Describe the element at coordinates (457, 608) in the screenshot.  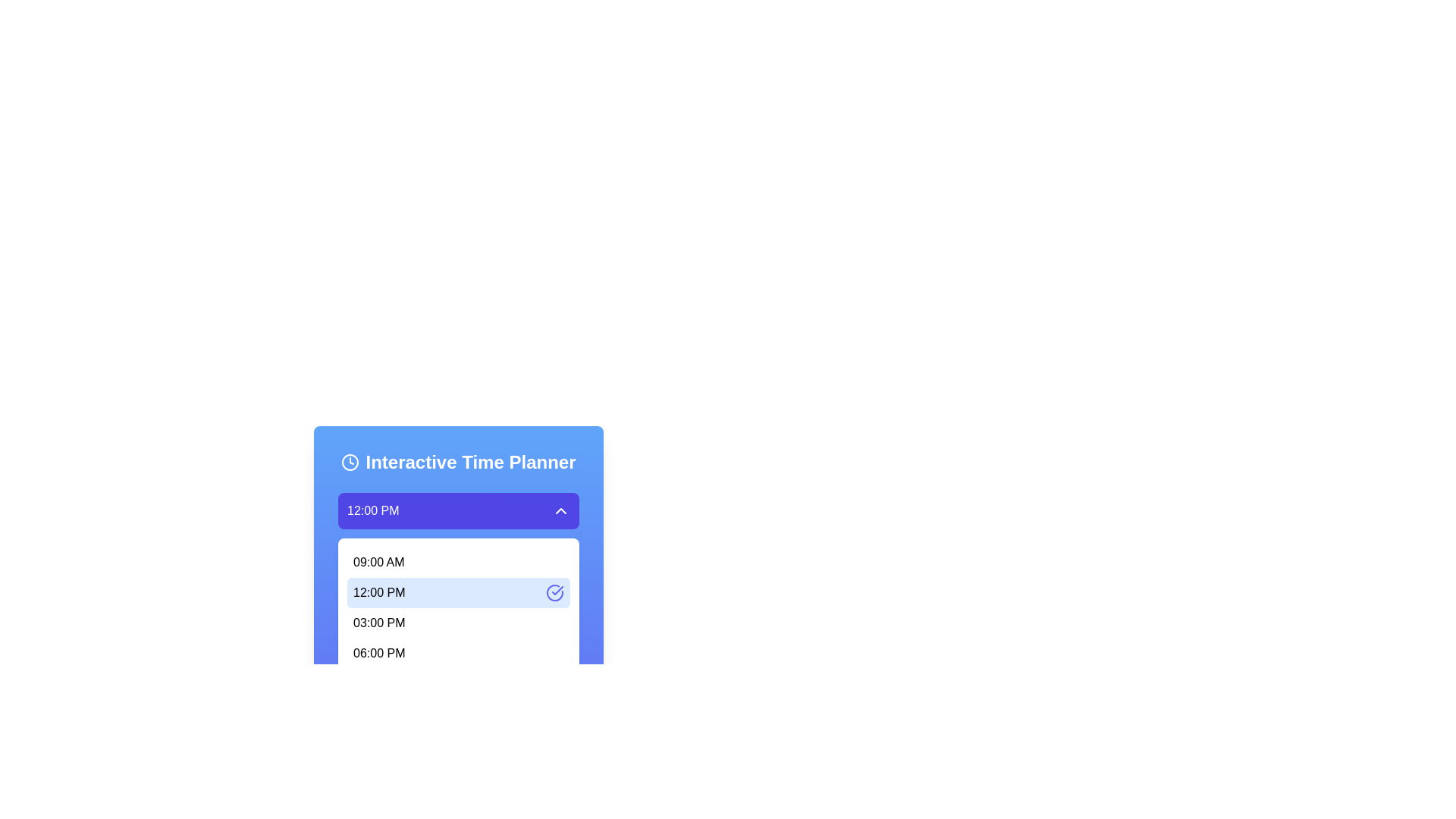
I see `the selected time option '12:00 PM' within the dropdown menu` at that location.